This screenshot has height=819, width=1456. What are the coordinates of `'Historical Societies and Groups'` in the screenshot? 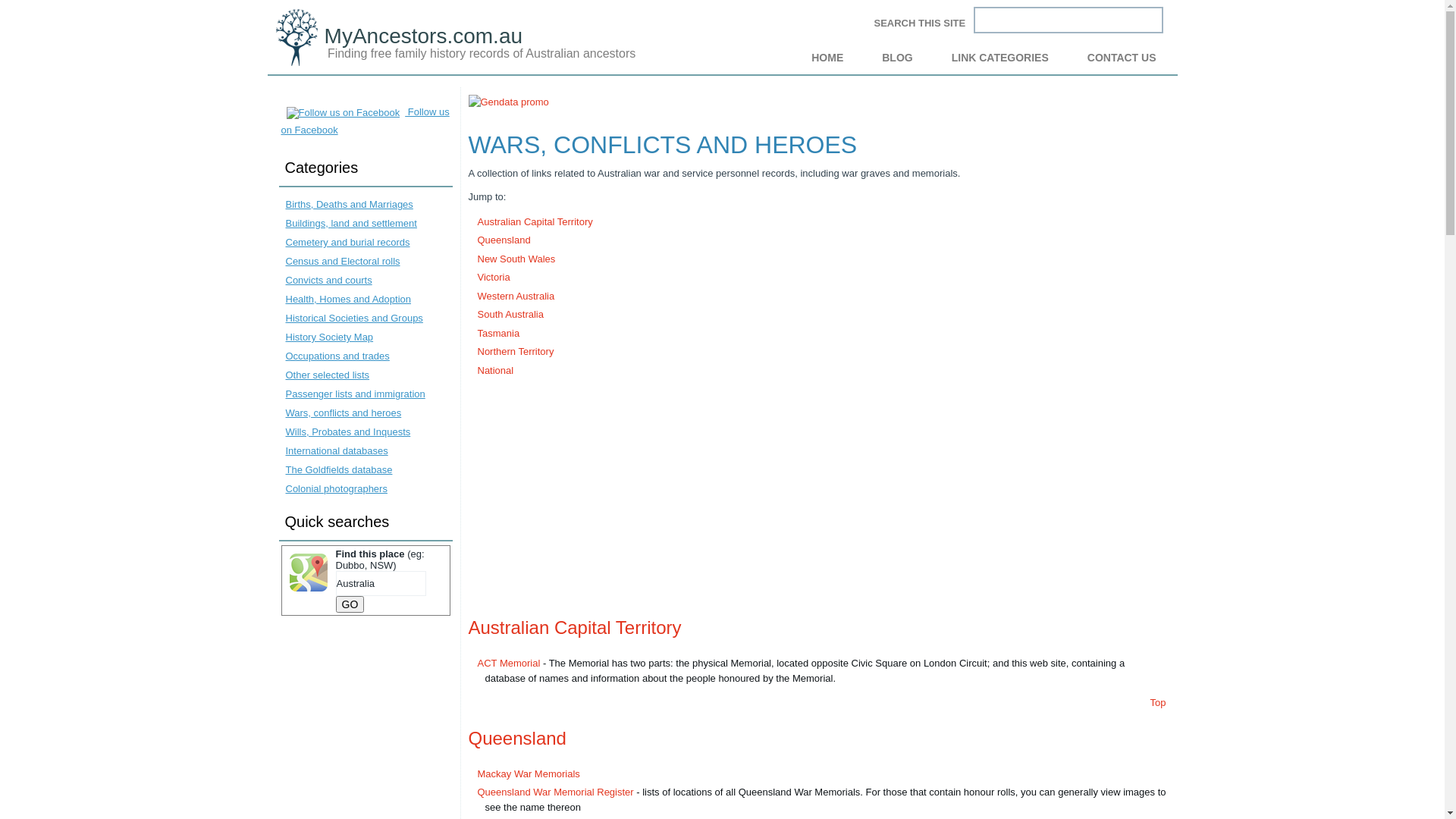 It's located at (353, 317).